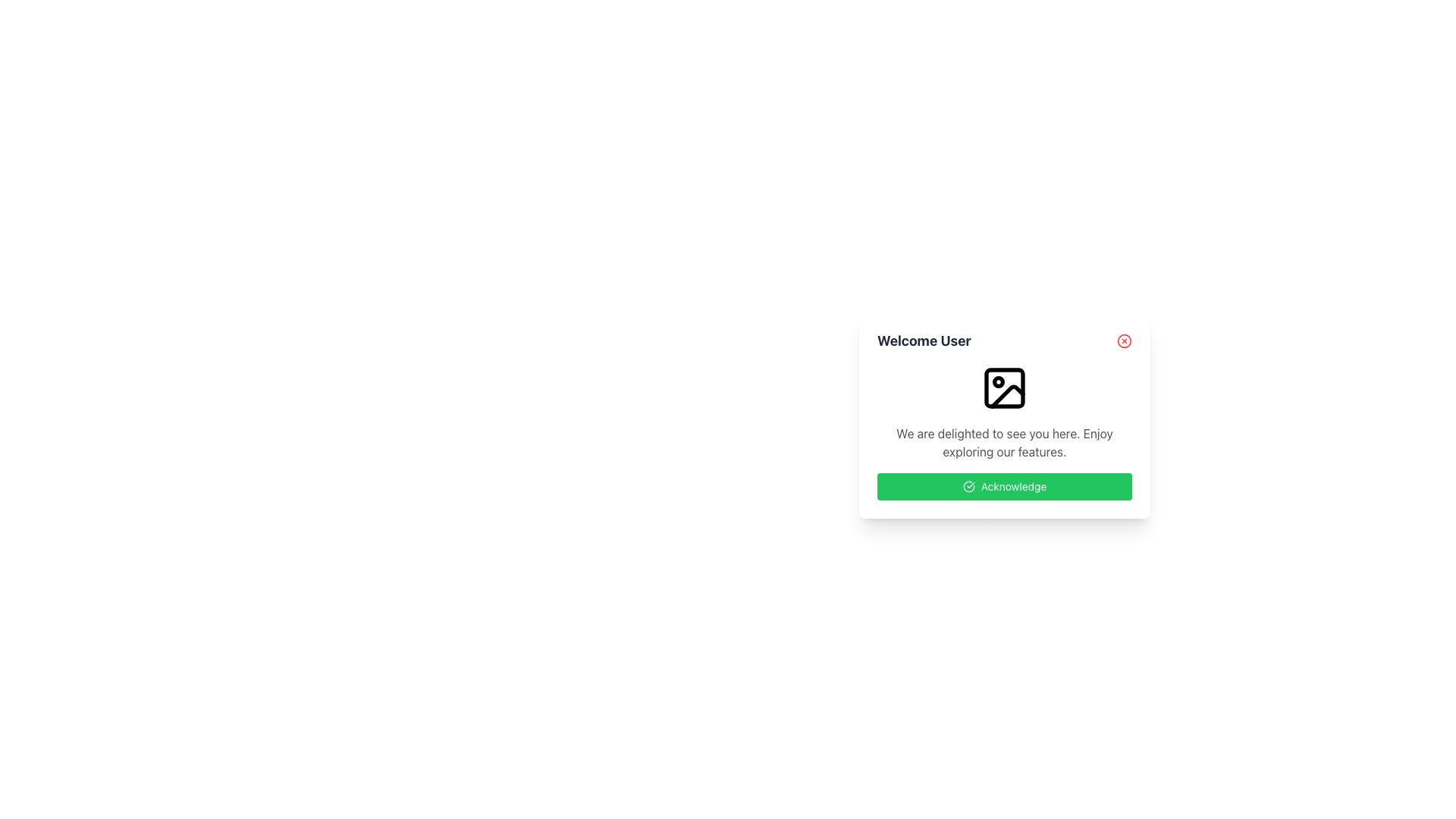 This screenshot has width=1456, height=819. Describe the element at coordinates (1004, 442) in the screenshot. I see `the welcoming text label that provides an inviting message to the user, located below a centered icon in the interface` at that location.